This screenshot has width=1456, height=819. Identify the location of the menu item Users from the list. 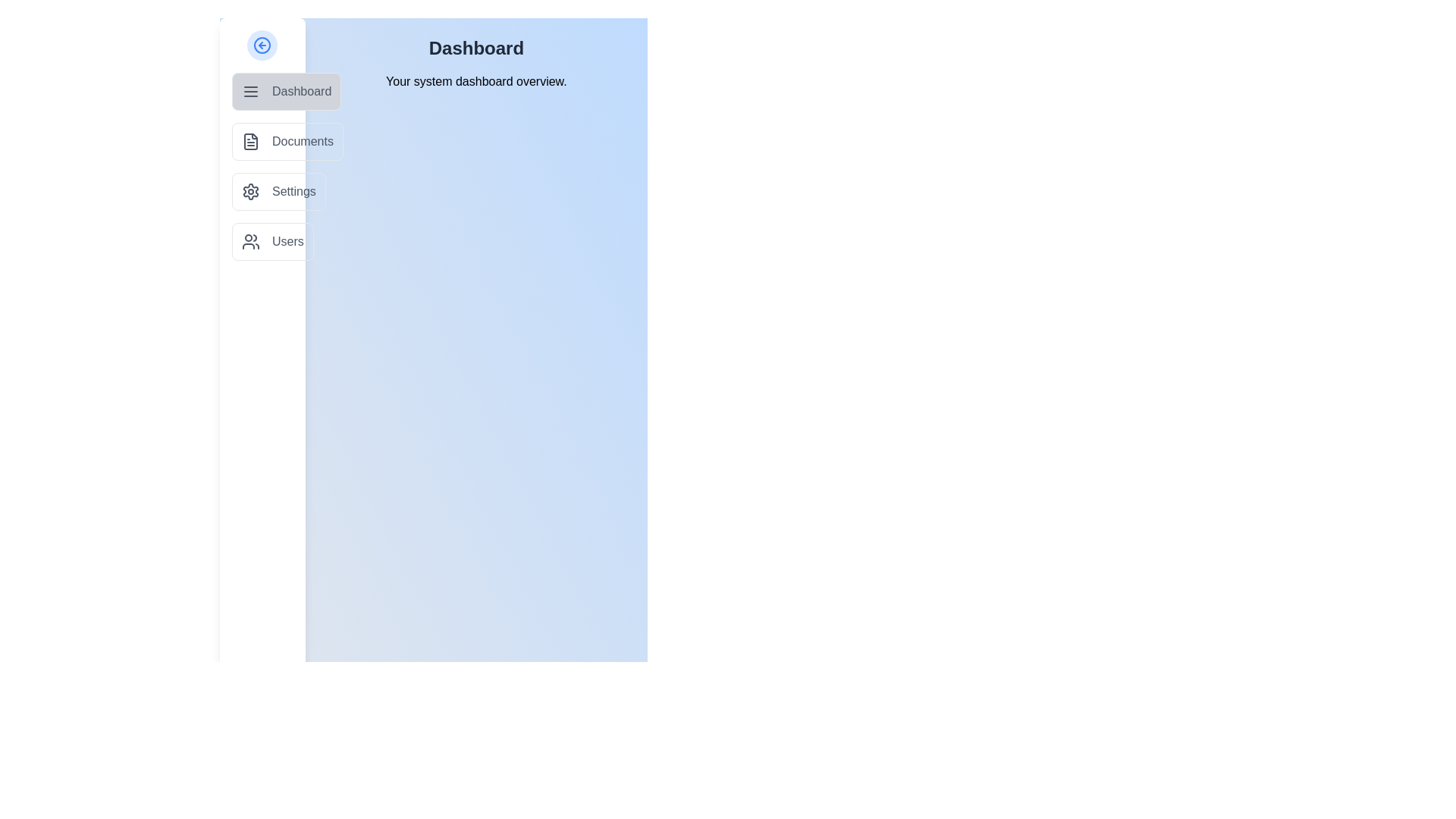
(272, 241).